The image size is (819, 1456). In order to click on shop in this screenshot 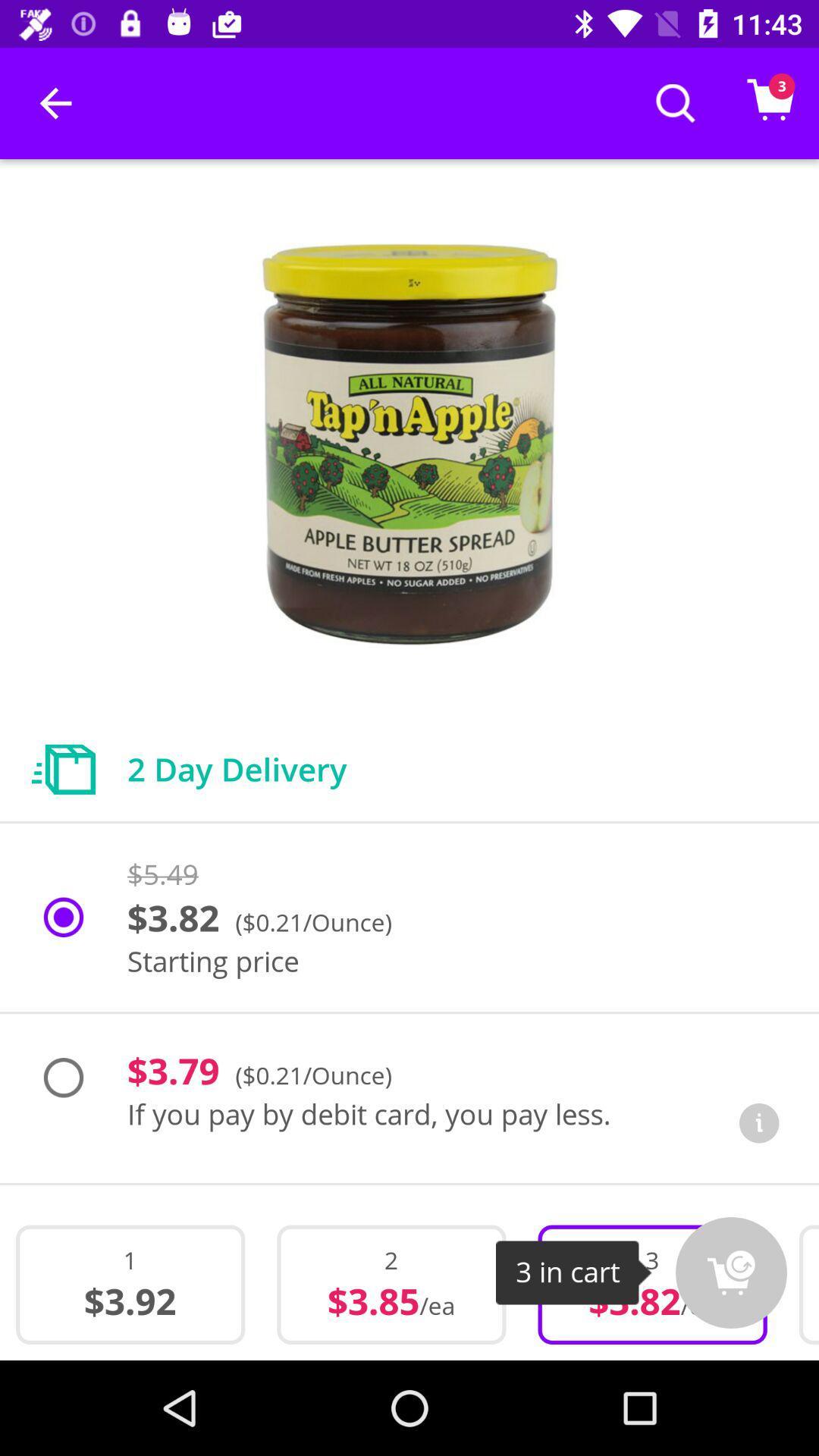, I will do `click(730, 1272)`.